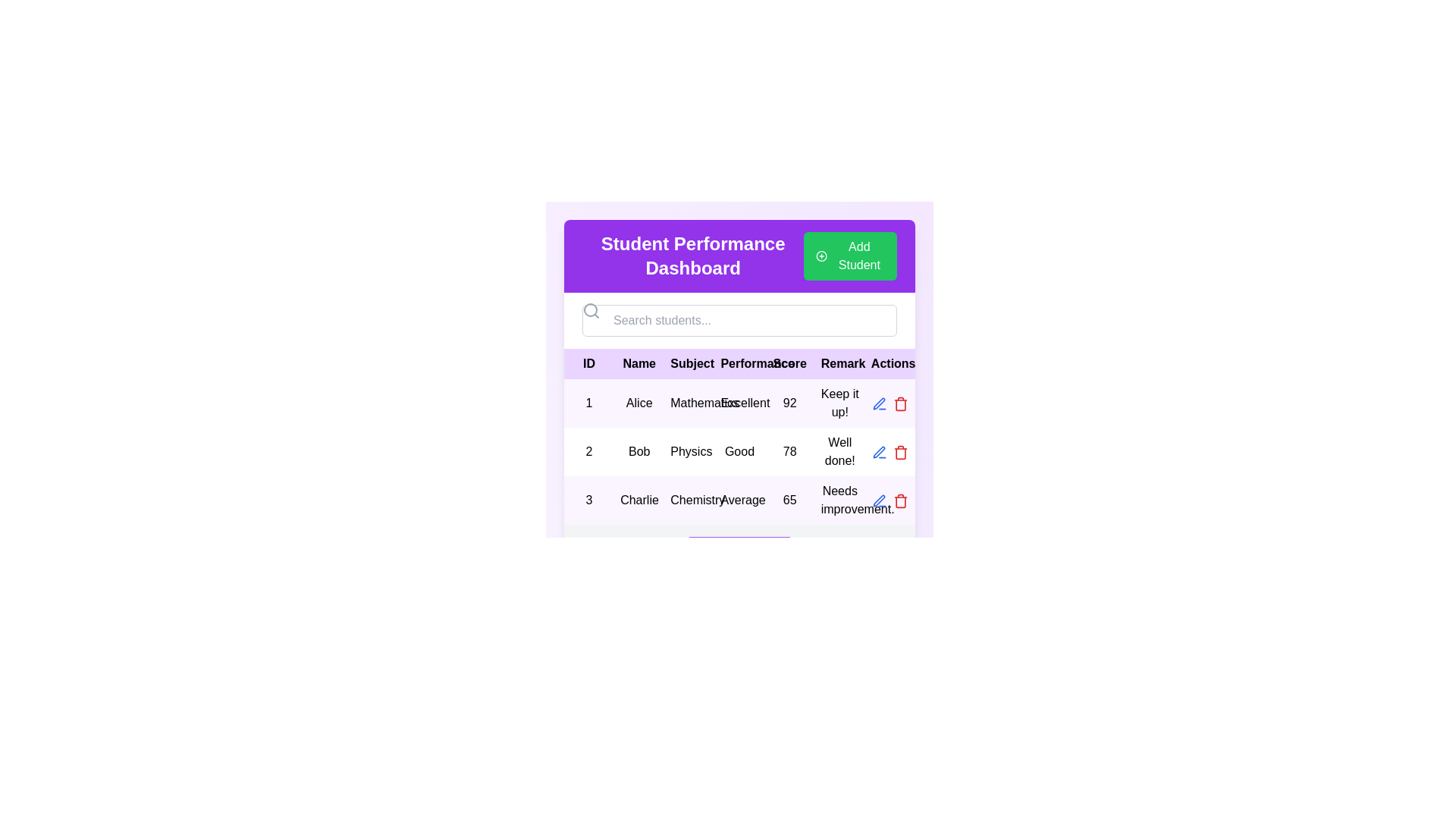 The image size is (1456, 819). What do you see at coordinates (739, 403) in the screenshot?
I see `the topmost row in the student data table displaying information about 'Alice', which has a light purple background` at bounding box center [739, 403].